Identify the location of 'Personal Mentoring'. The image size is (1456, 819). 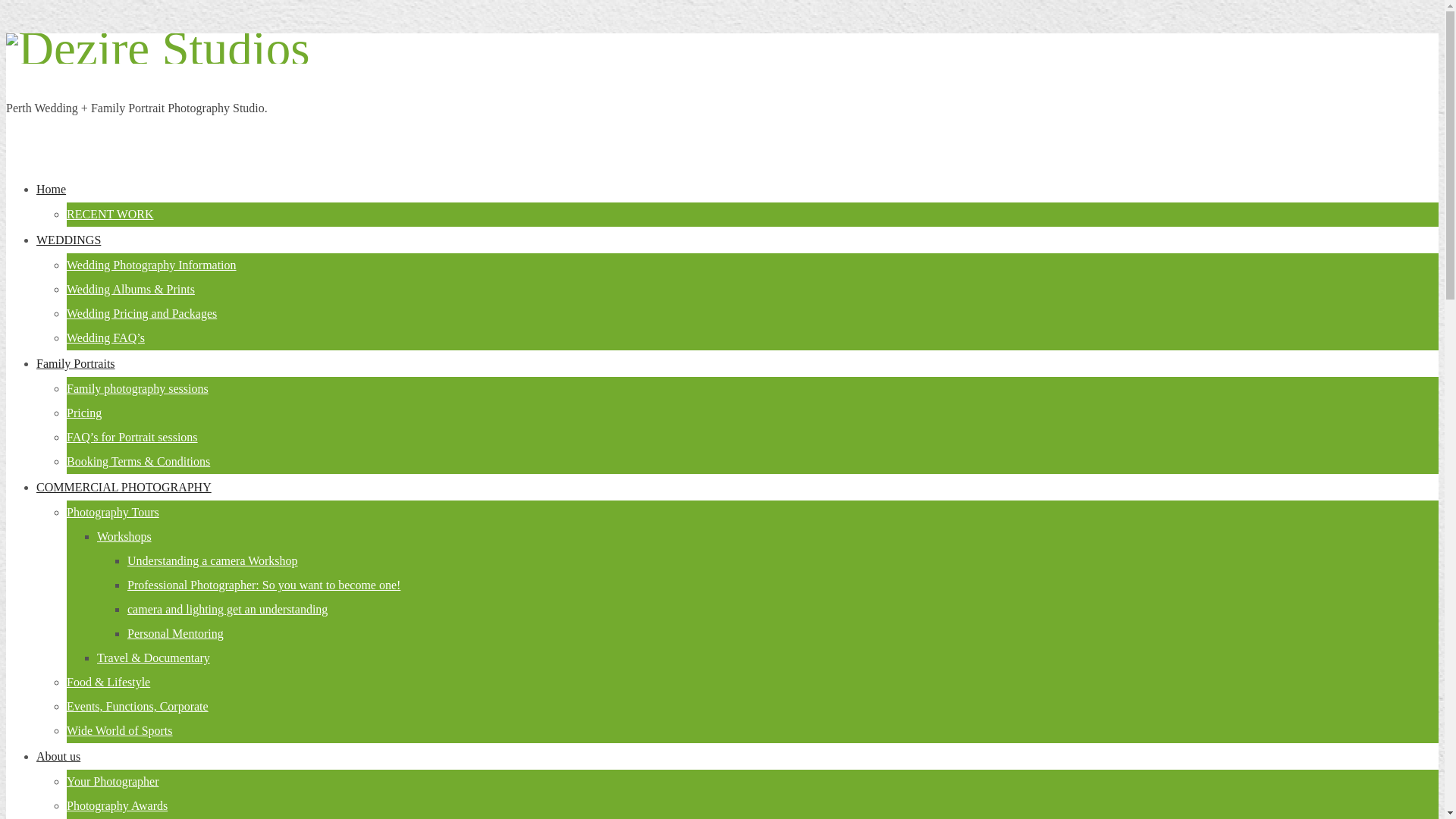
(127, 633).